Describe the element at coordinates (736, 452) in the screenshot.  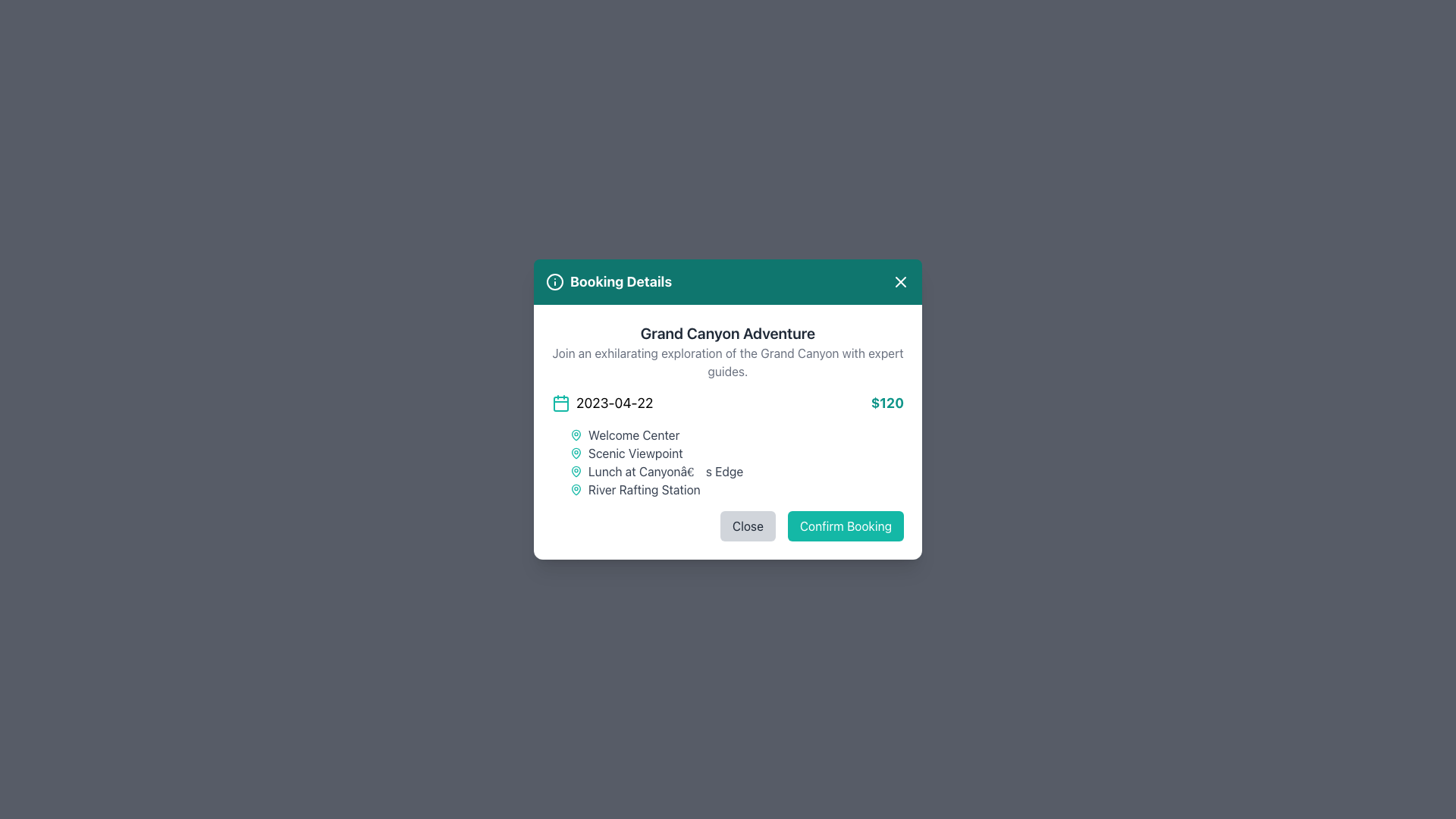
I see `the itinerary entry labeled 'Scenic Viewpoint'` at that location.